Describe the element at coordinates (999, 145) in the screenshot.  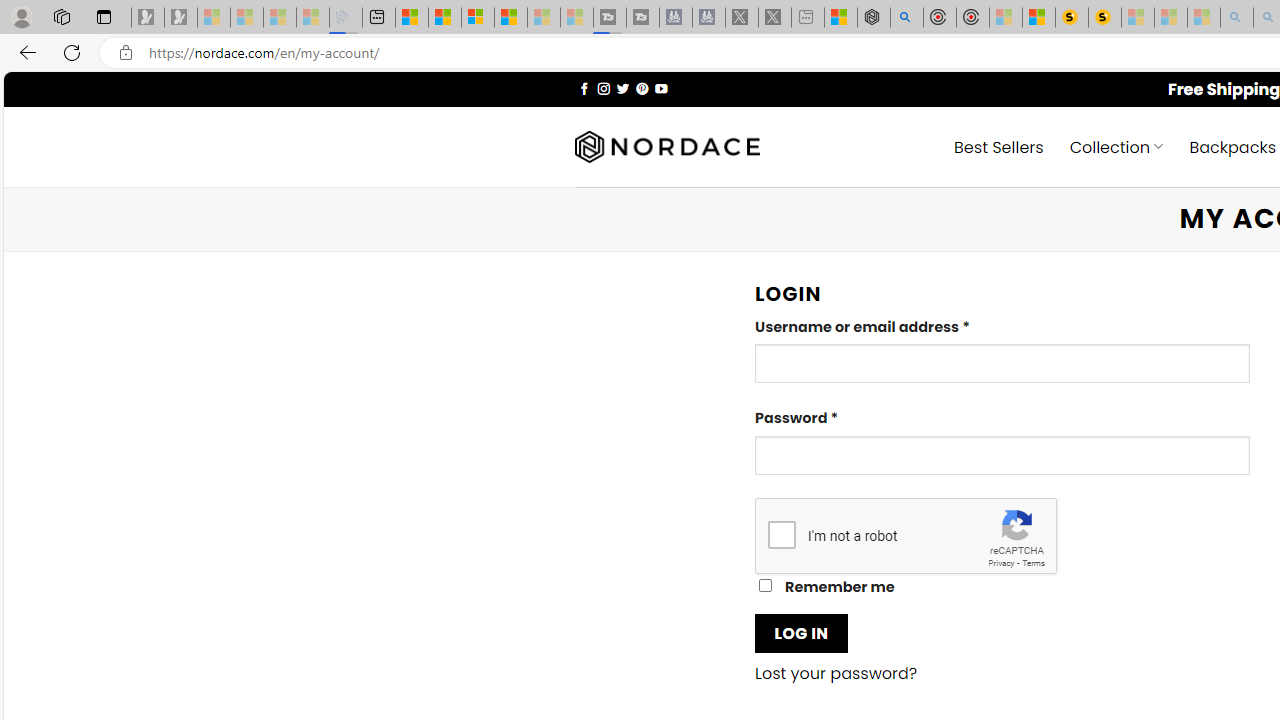
I see `'  Best Sellers'` at that location.